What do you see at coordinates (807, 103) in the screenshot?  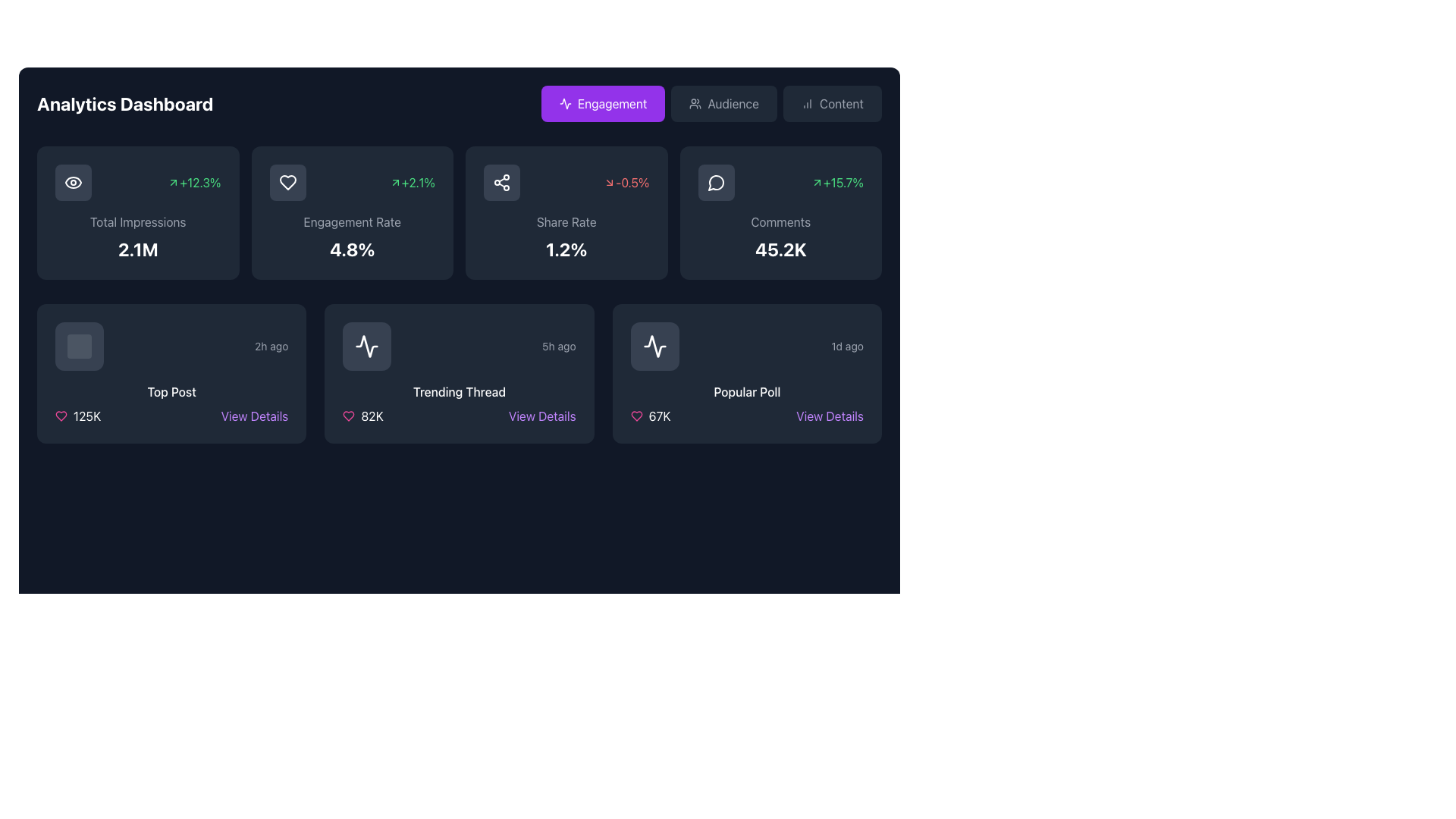 I see `the vertical bar chart icon located within the 'Content' button in the top-right section of the interface, which serves as a visual indicator for the button's purpose` at bounding box center [807, 103].